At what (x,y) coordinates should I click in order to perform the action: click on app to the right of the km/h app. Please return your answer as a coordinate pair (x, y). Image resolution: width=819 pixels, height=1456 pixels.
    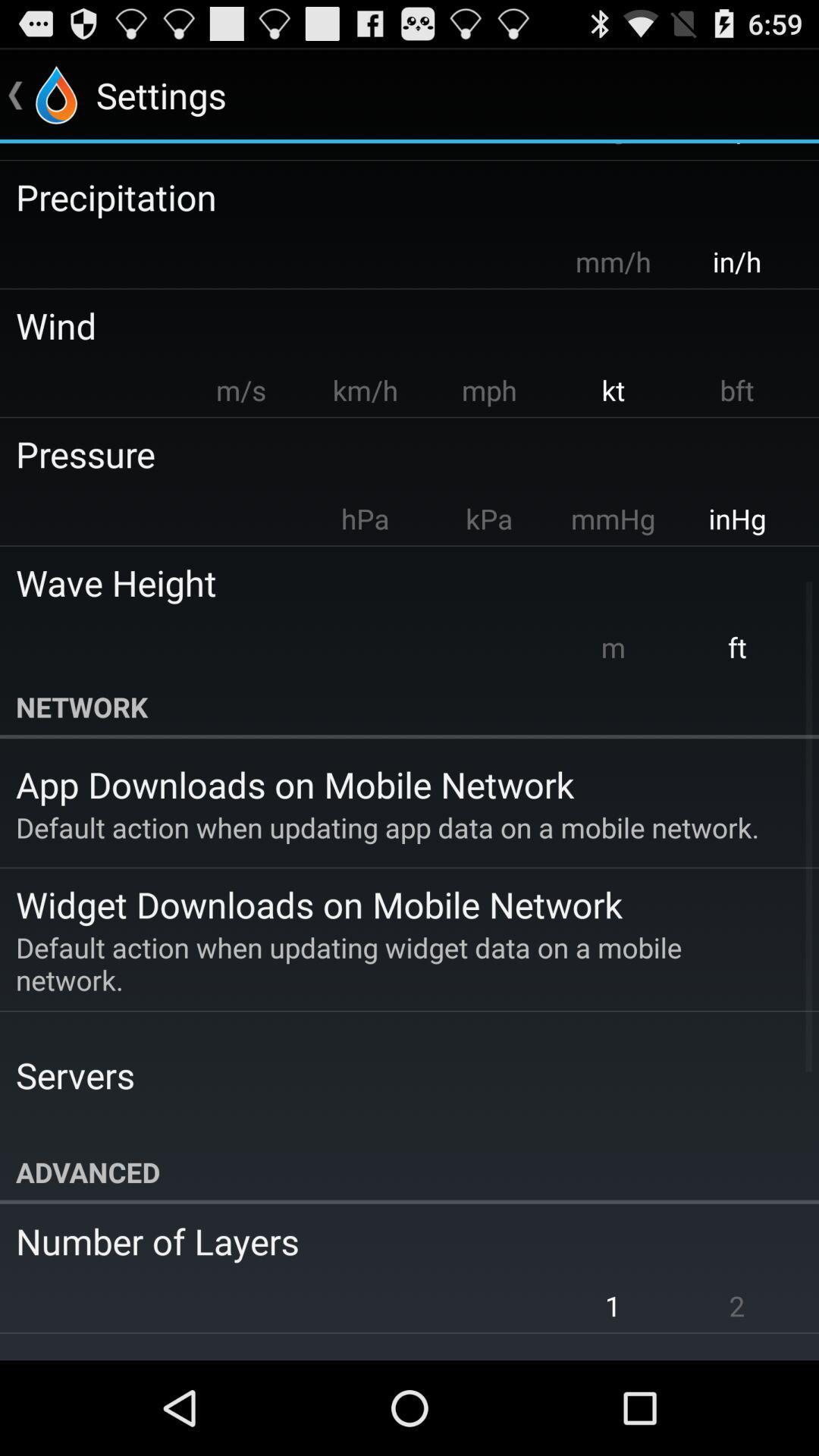
    Looking at the image, I should click on (488, 390).